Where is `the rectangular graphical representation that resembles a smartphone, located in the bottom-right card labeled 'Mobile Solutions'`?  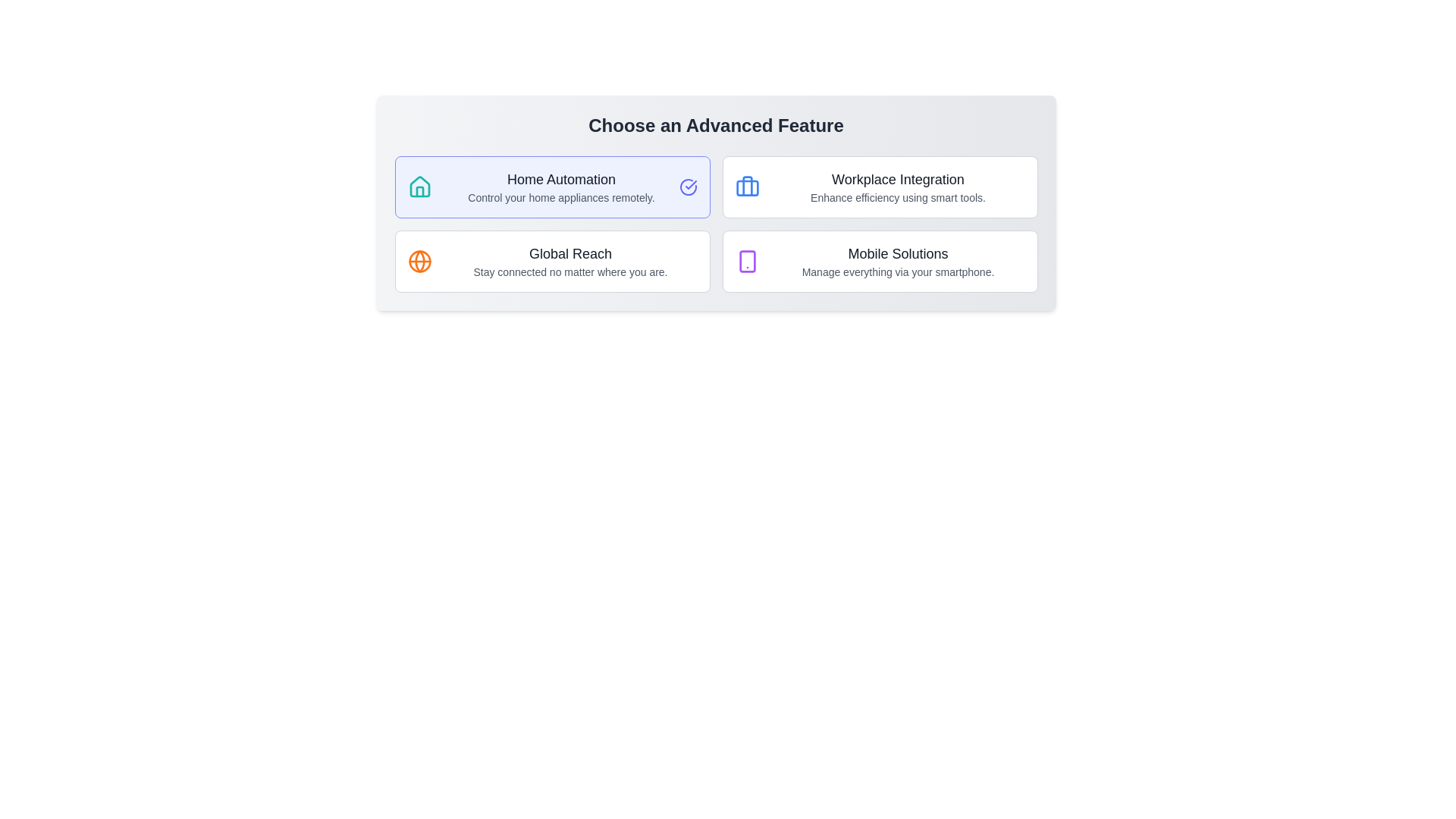
the rectangular graphical representation that resembles a smartphone, located in the bottom-right card labeled 'Mobile Solutions' is located at coordinates (747, 260).